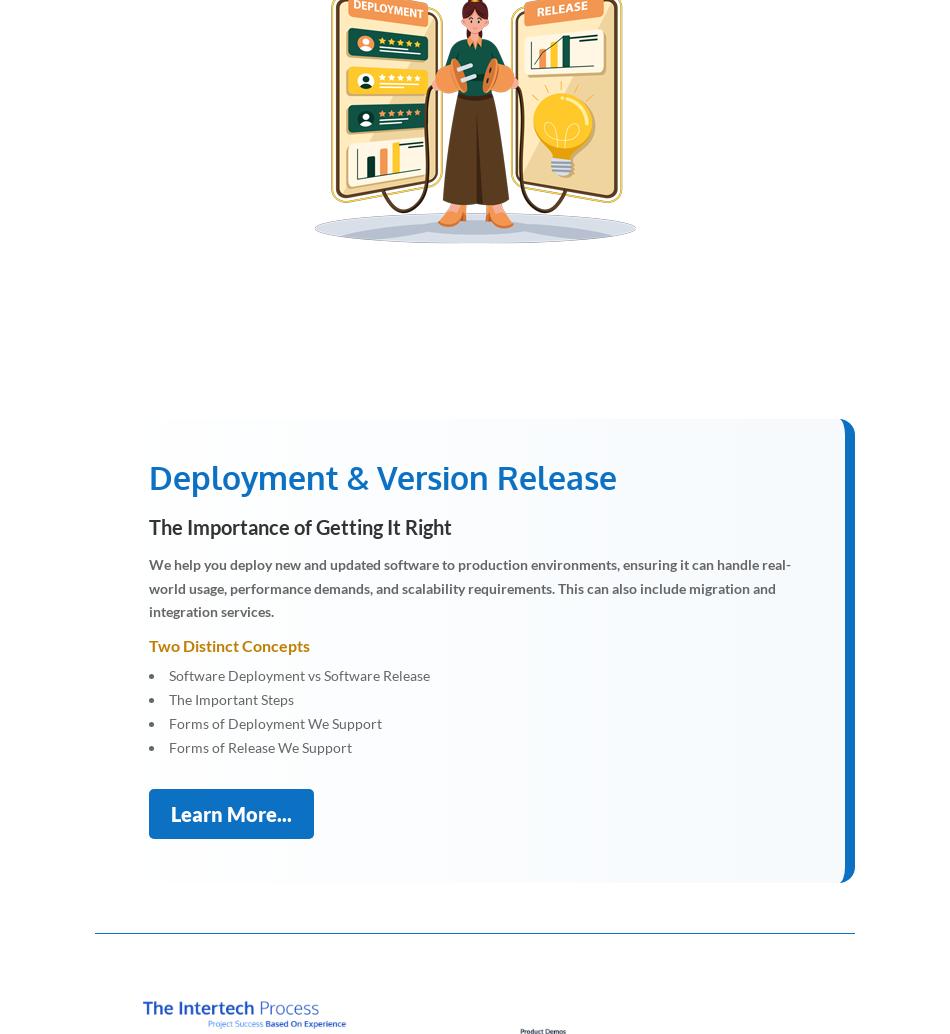  Describe the element at coordinates (401, 117) in the screenshot. I see `'O'` at that location.